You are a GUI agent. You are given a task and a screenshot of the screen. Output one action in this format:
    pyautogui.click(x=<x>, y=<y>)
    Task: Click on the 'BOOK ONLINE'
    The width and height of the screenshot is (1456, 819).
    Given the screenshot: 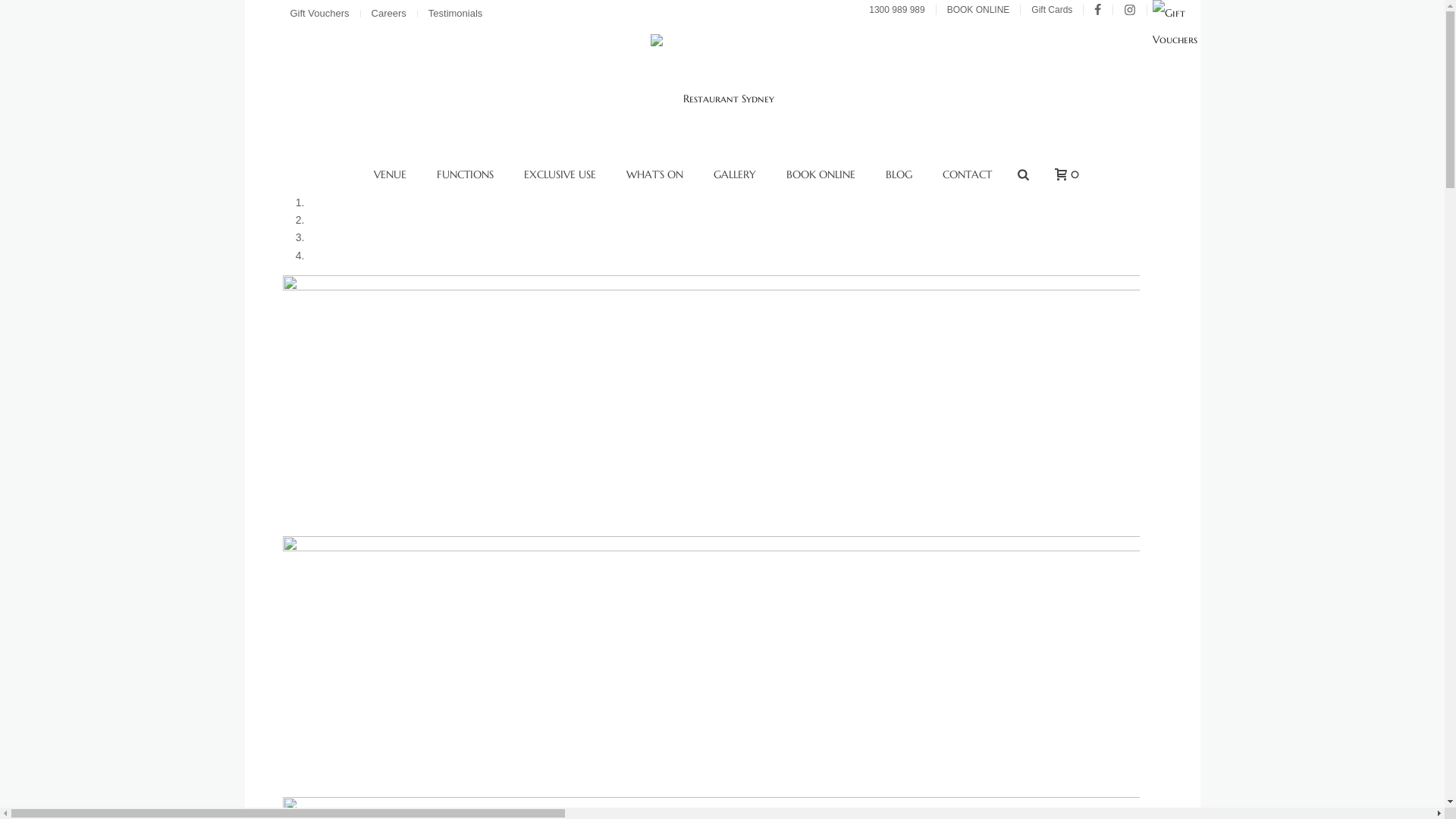 What is the action you would take?
    pyautogui.click(x=980, y=9)
    